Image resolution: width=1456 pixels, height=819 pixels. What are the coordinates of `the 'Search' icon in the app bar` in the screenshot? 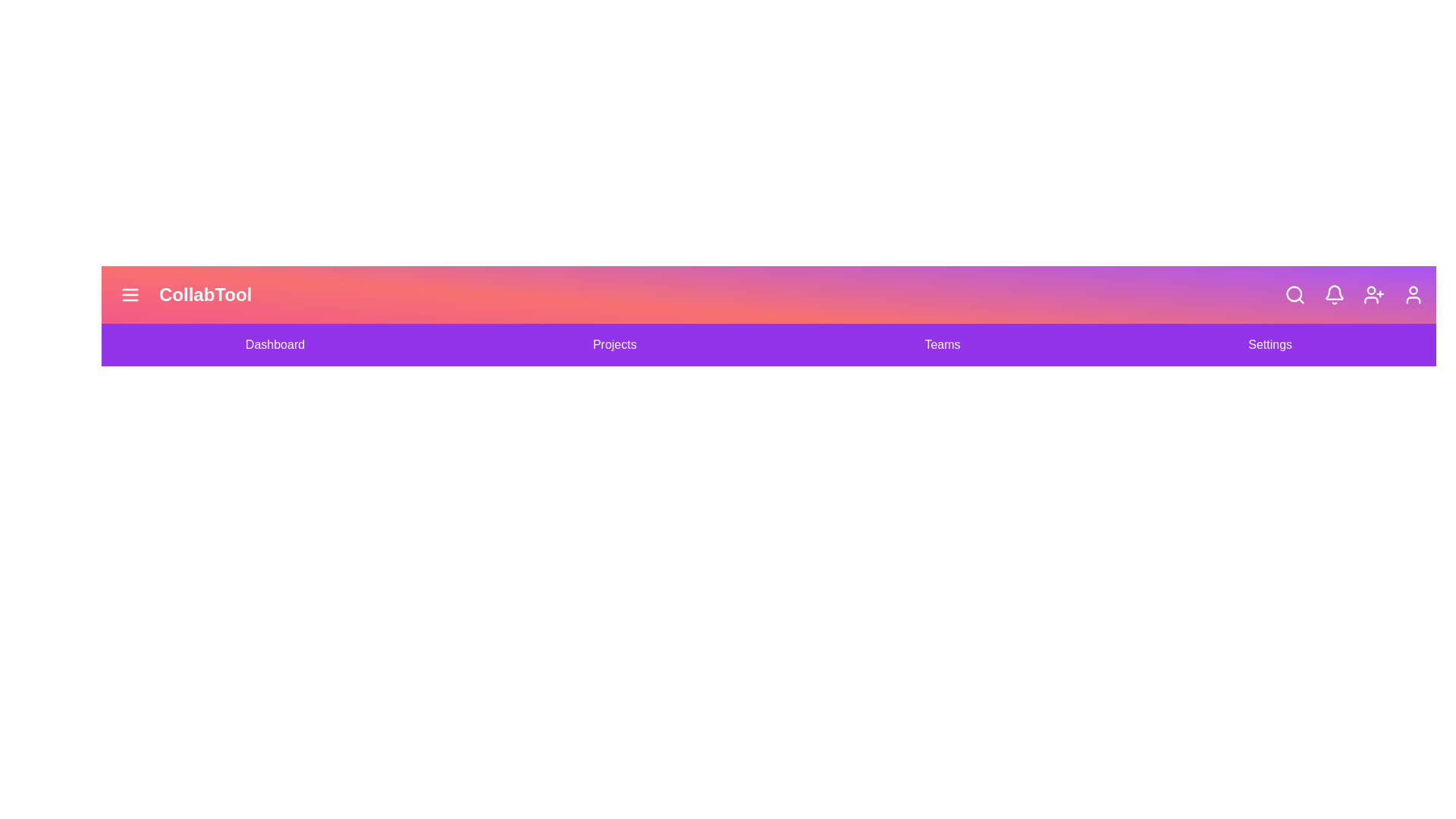 It's located at (1294, 295).